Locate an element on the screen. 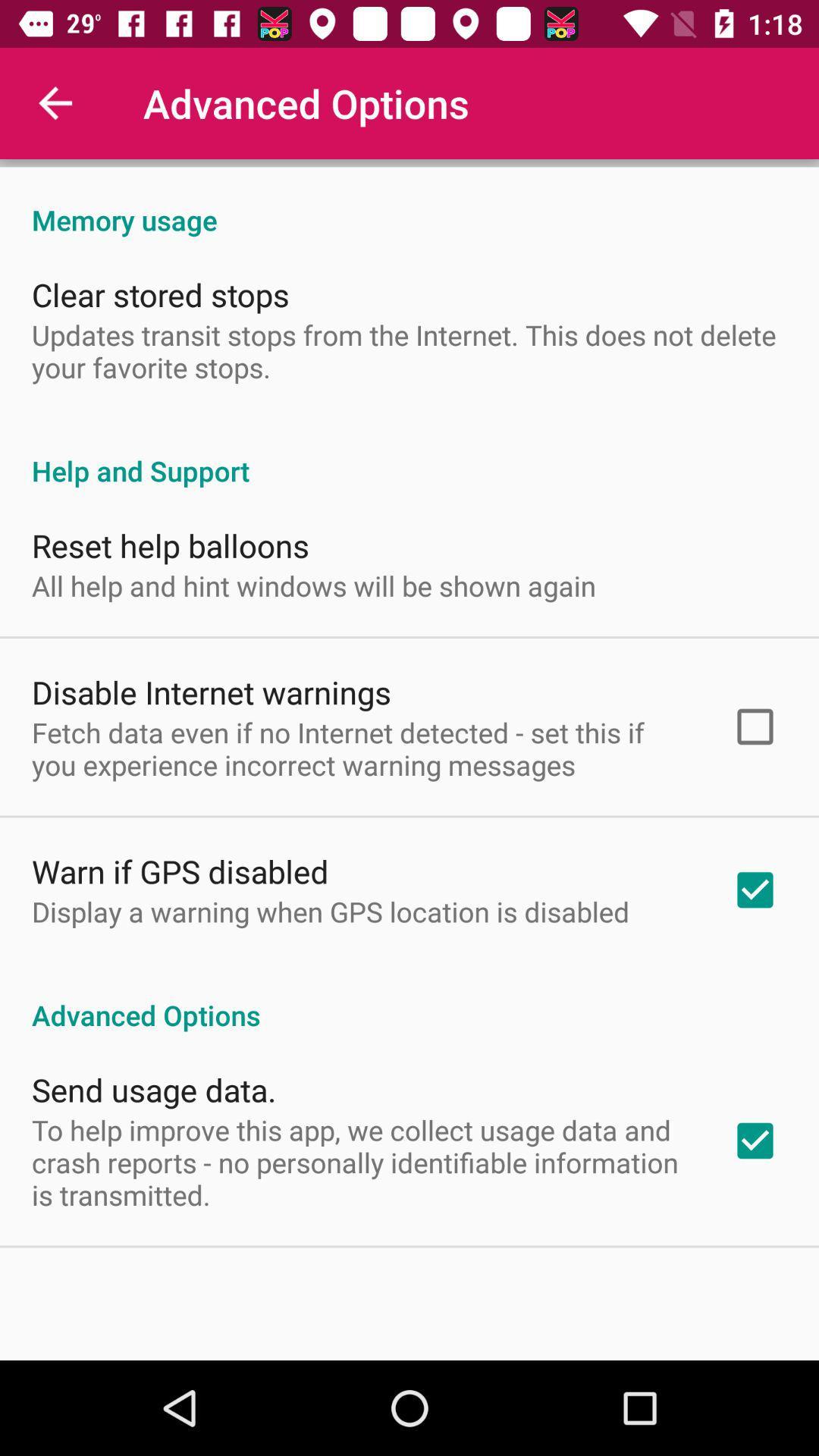 This screenshot has width=819, height=1456. item above clear stored stops is located at coordinates (409, 203).